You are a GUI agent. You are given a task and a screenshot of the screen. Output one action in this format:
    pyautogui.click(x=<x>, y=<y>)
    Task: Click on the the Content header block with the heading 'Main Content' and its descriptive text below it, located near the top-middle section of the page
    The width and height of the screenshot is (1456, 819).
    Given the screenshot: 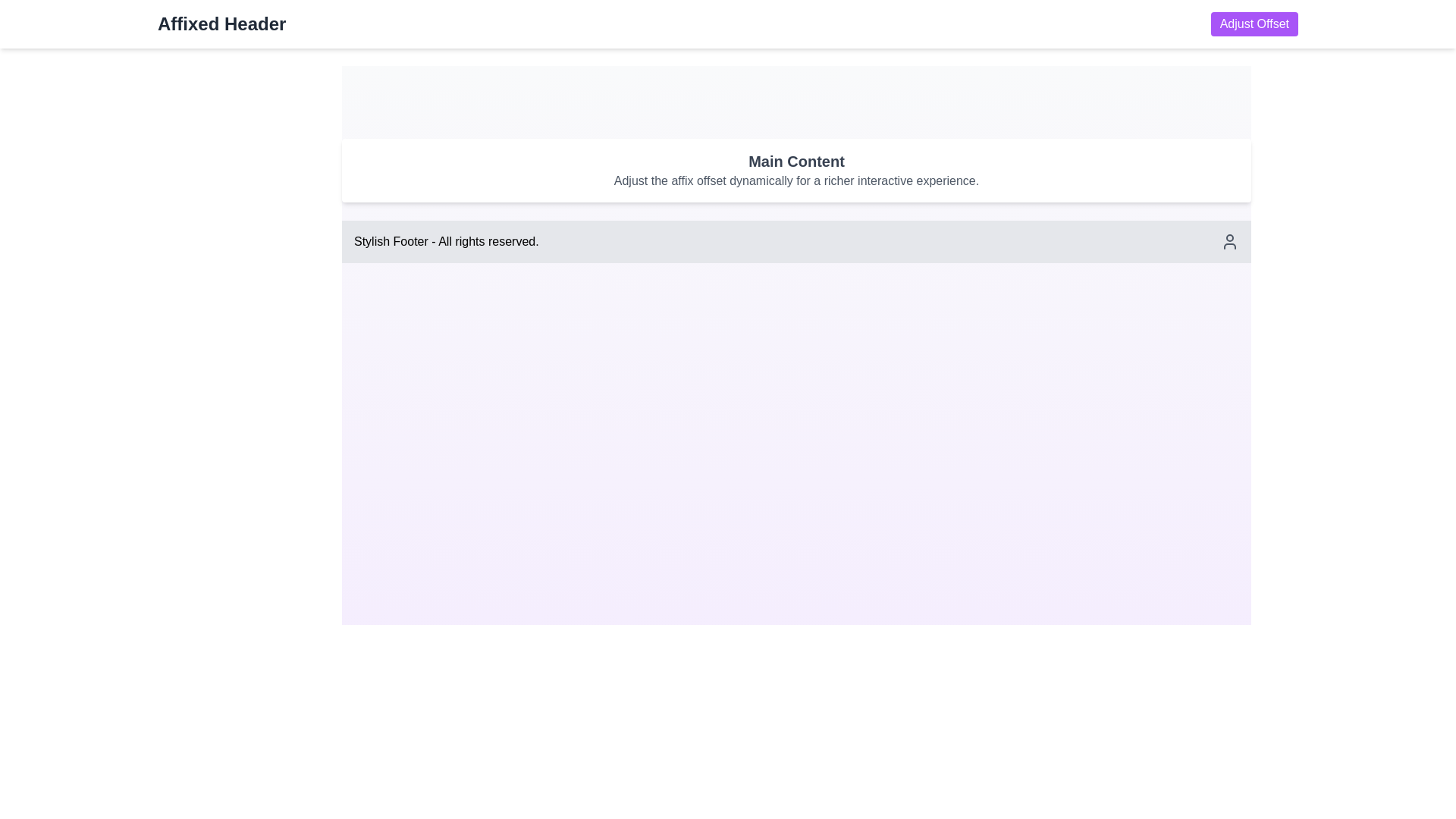 What is the action you would take?
    pyautogui.click(x=795, y=170)
    